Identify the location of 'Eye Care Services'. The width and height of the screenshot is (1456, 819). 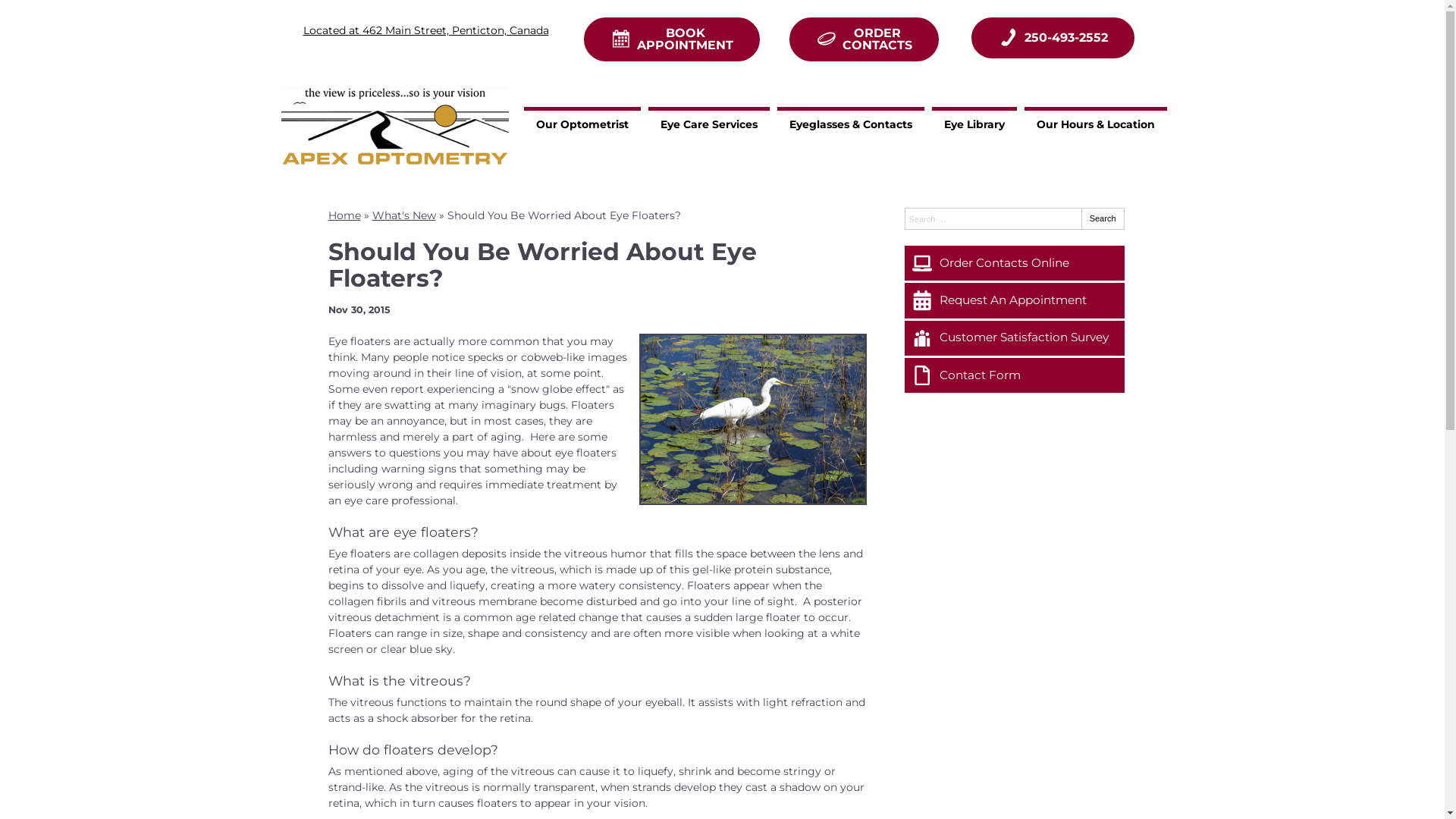
(708, 122).